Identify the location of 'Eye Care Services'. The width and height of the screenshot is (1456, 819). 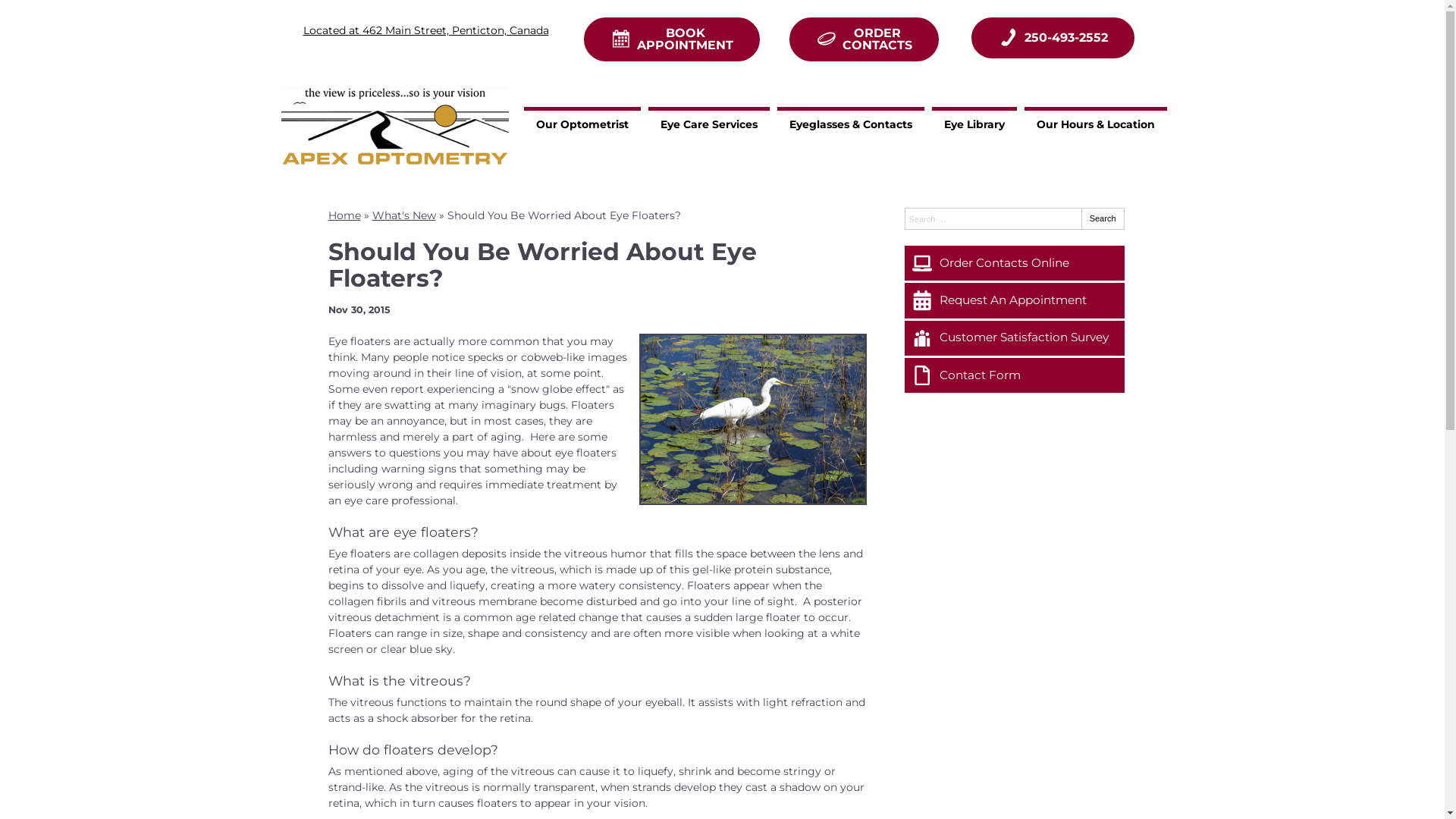
(708, 122).